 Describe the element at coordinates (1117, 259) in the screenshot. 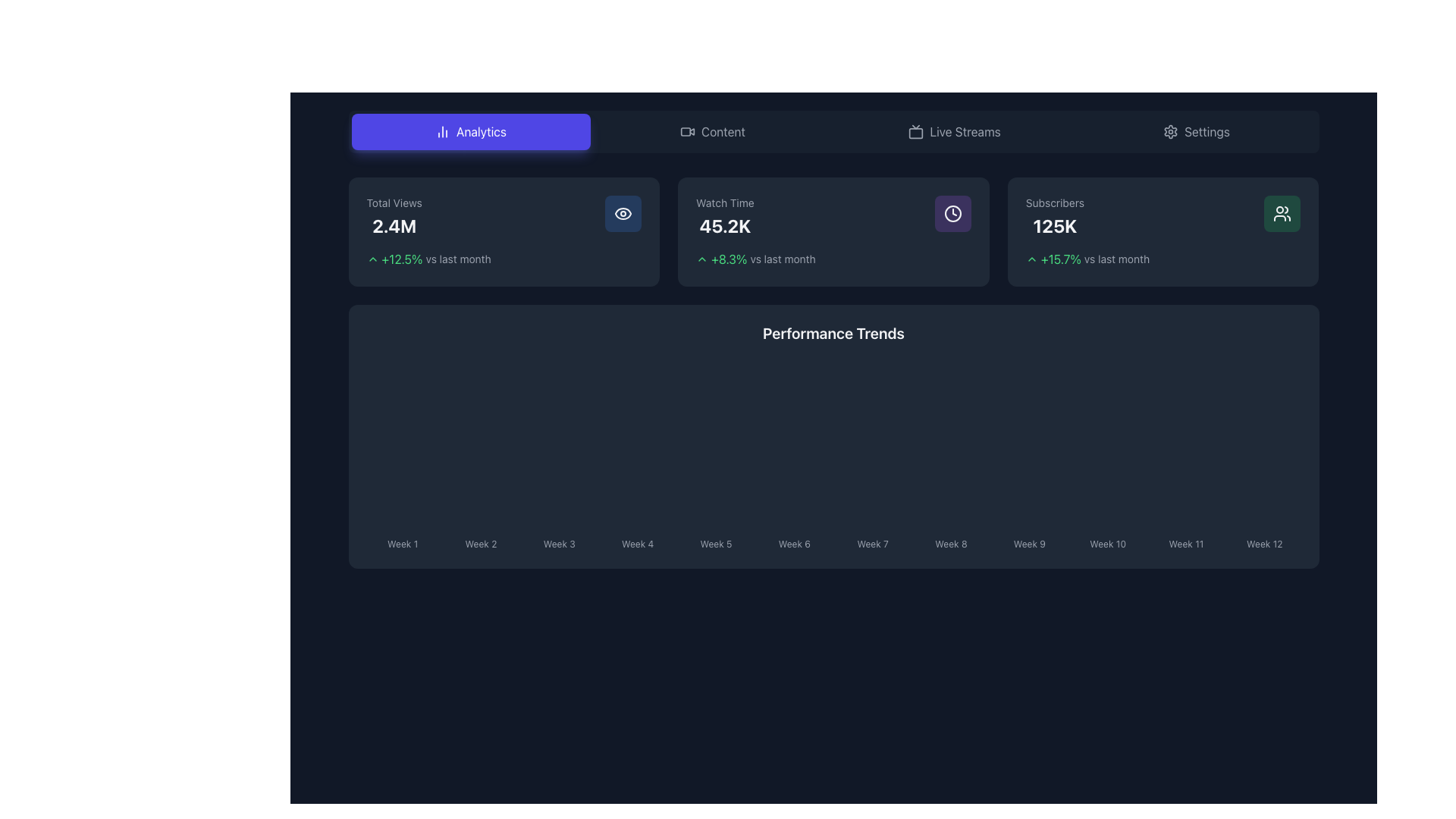

I see `the text label displaying 'vs last month', which is located in the top-right section of the data card, adjacent to the green percentage indication '+15.7%'` at that location.